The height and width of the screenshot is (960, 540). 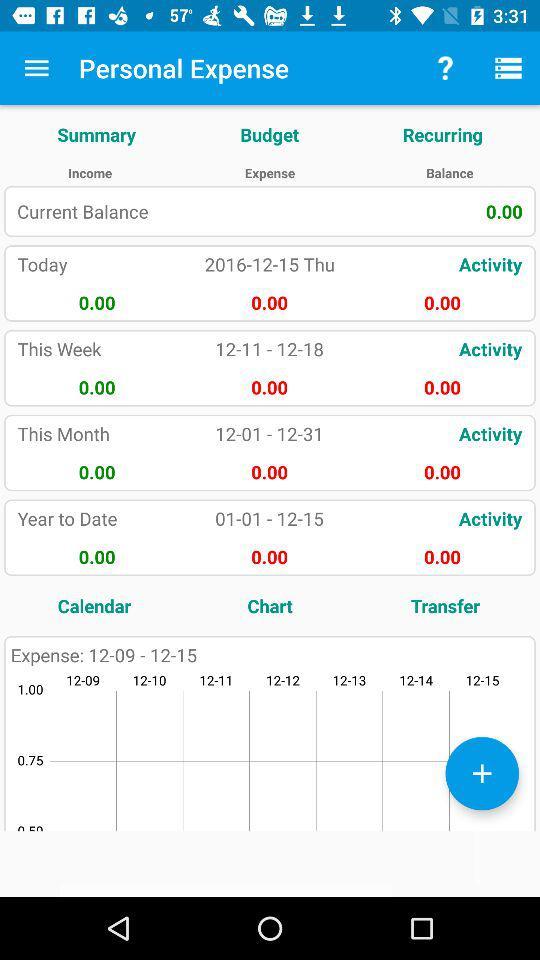 What do you see at coordinates (481, 772) in the screenshot?
I see `expense` at bounding box center [481, 772].